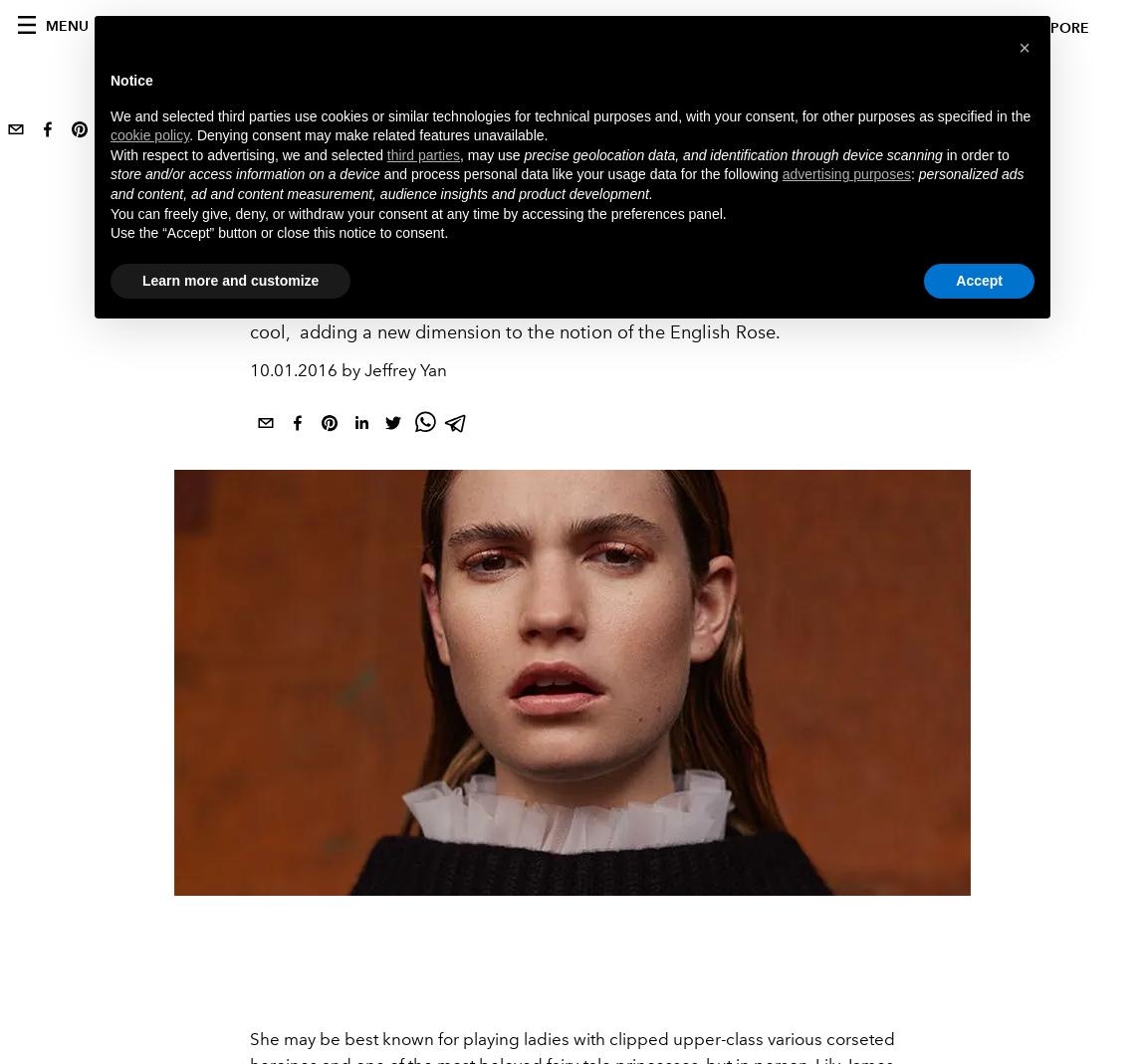 The image size is (1145, 1064). Describe the element at coordinates (229, 279) in the screenshot. I see `'Learn more and customize'` at that location.